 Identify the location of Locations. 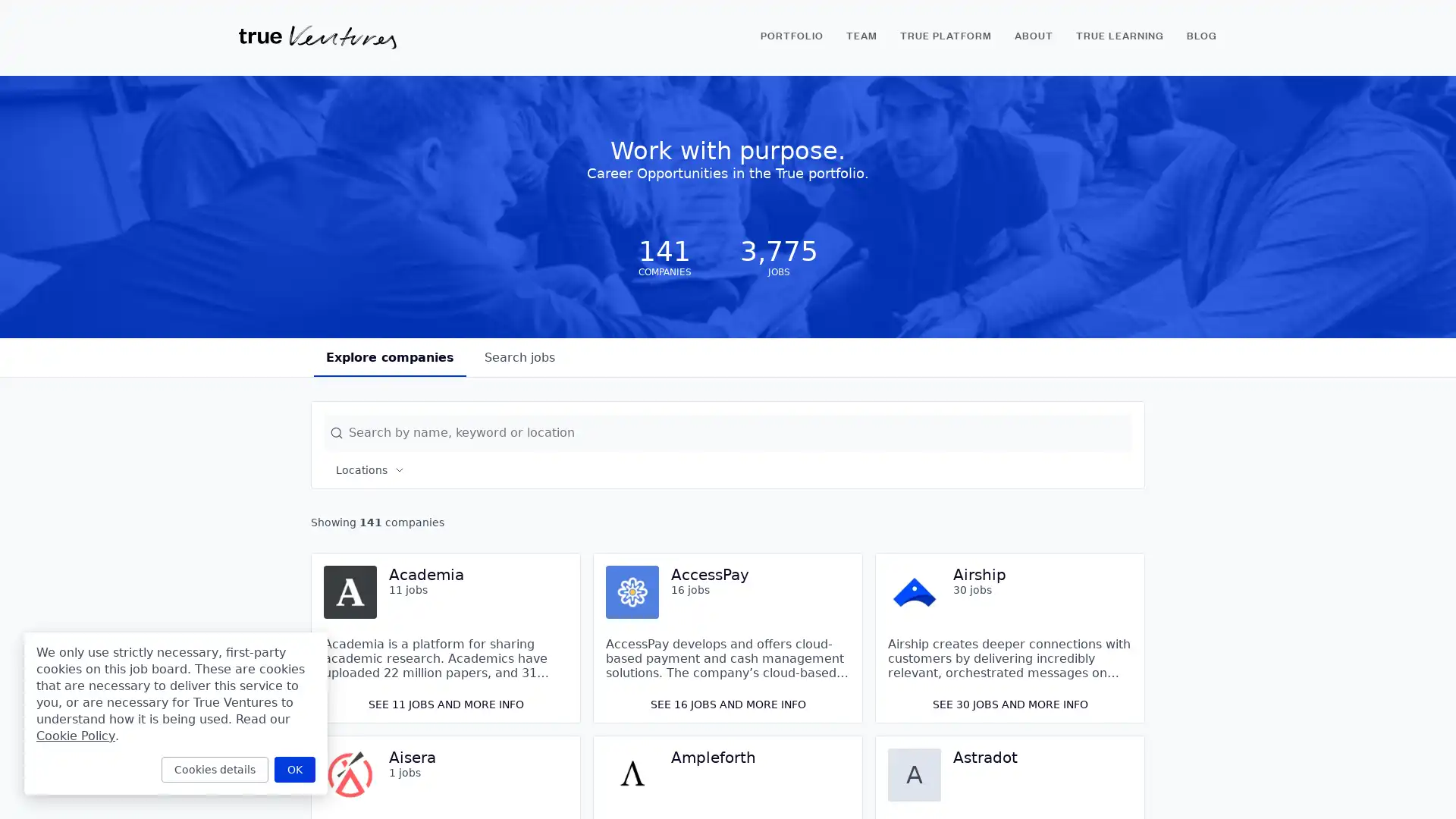
(371, 469).